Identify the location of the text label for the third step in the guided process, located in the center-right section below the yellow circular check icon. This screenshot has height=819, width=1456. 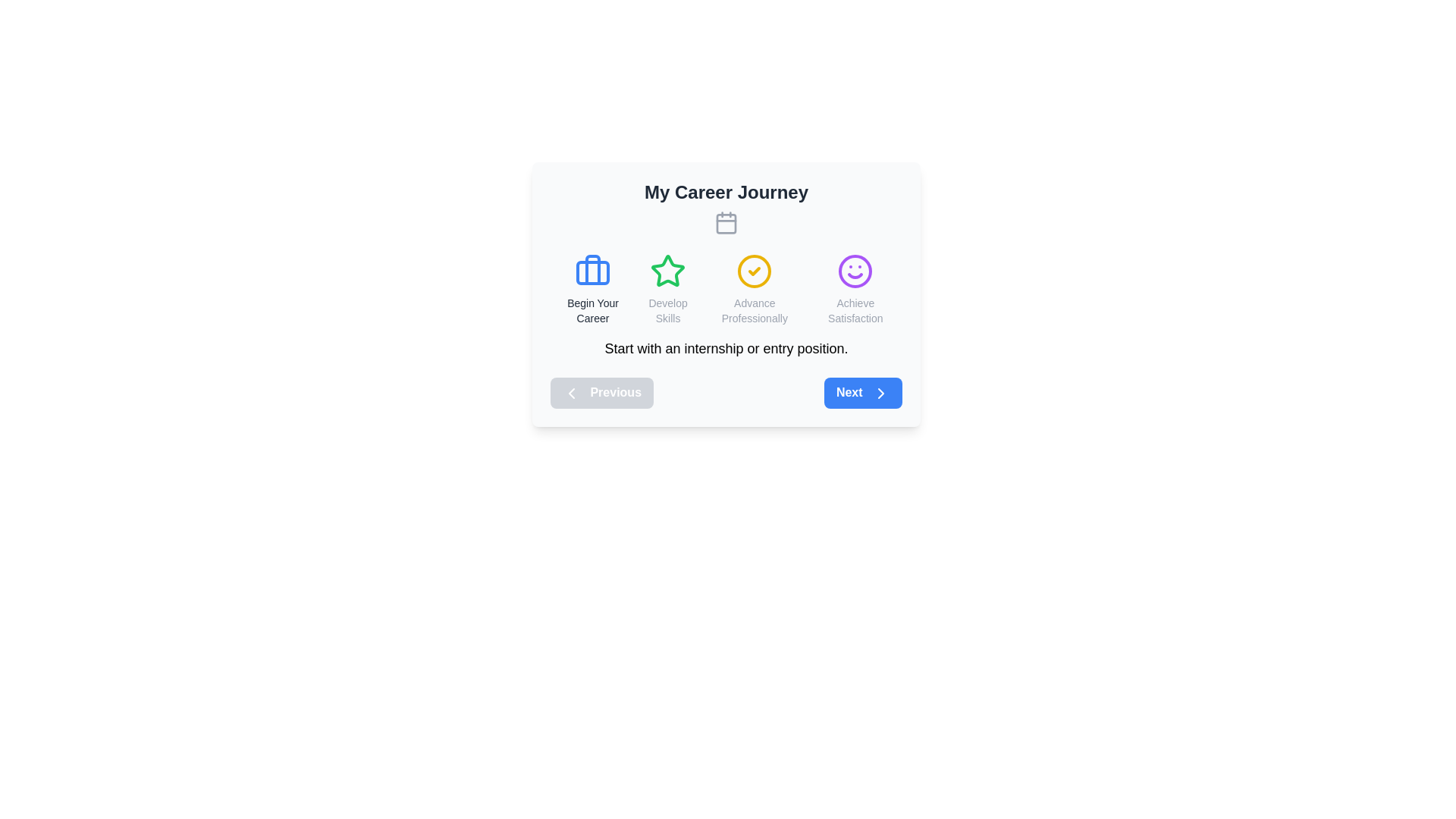
(755, 309).